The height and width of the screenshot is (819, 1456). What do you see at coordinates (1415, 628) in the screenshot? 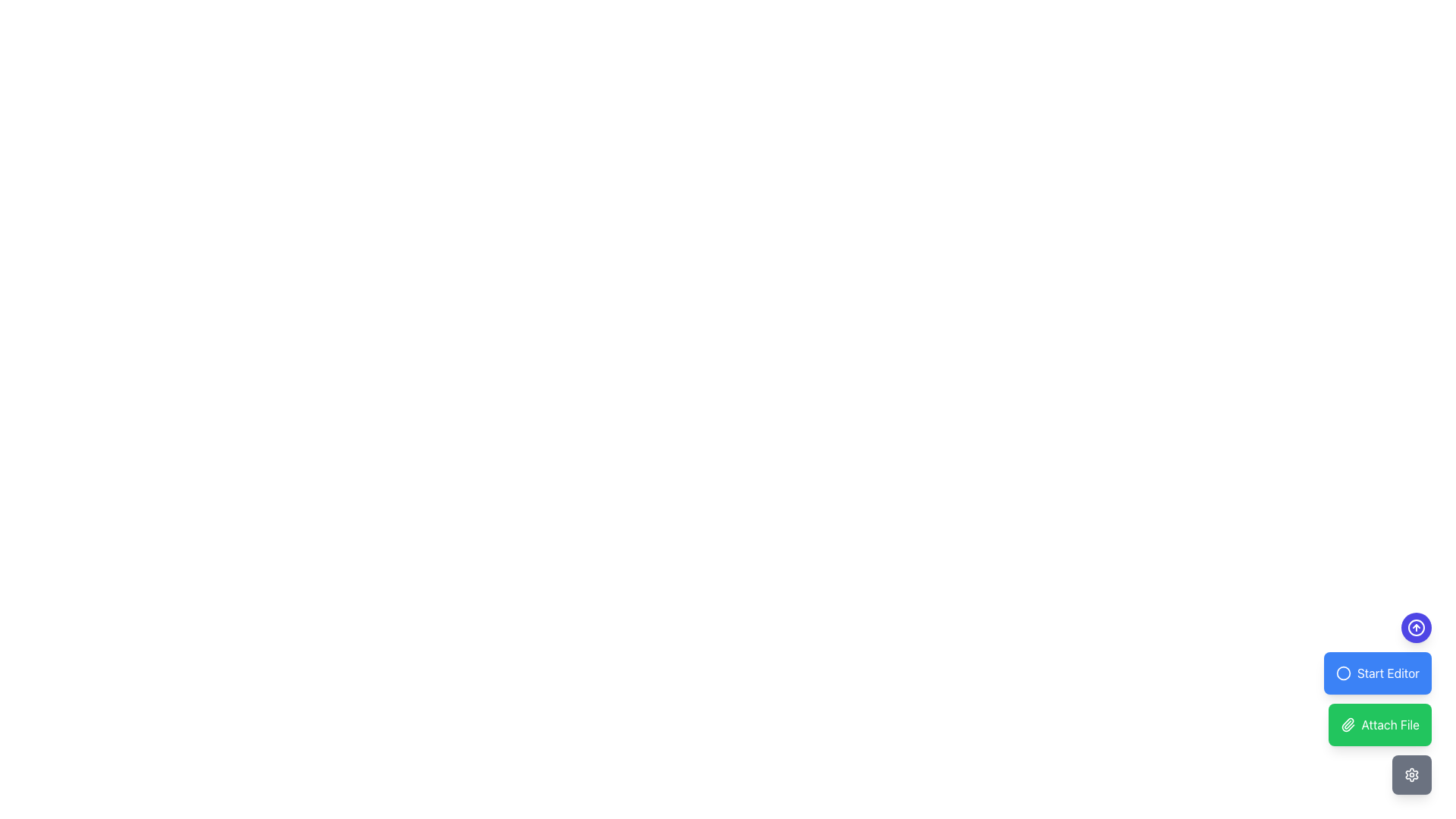
I see `the circular icon-based button with an upward arrow` at bounding box center [1415, 628].